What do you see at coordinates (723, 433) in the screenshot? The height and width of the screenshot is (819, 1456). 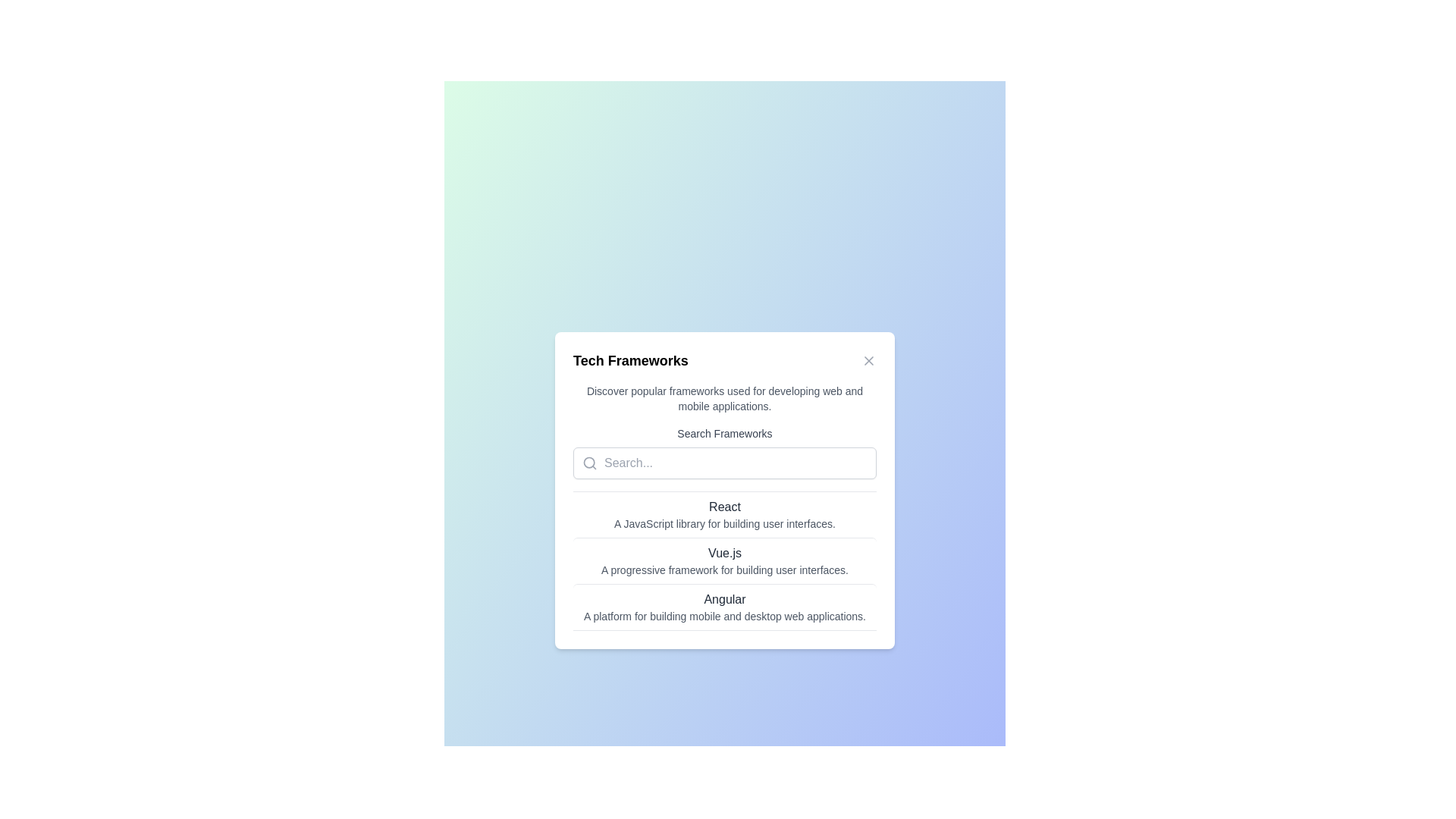 I see `the Text Label that serves as a heading for the search input field, positioned below the subtitle about popular frameworks` at bounding box center [723, 433].